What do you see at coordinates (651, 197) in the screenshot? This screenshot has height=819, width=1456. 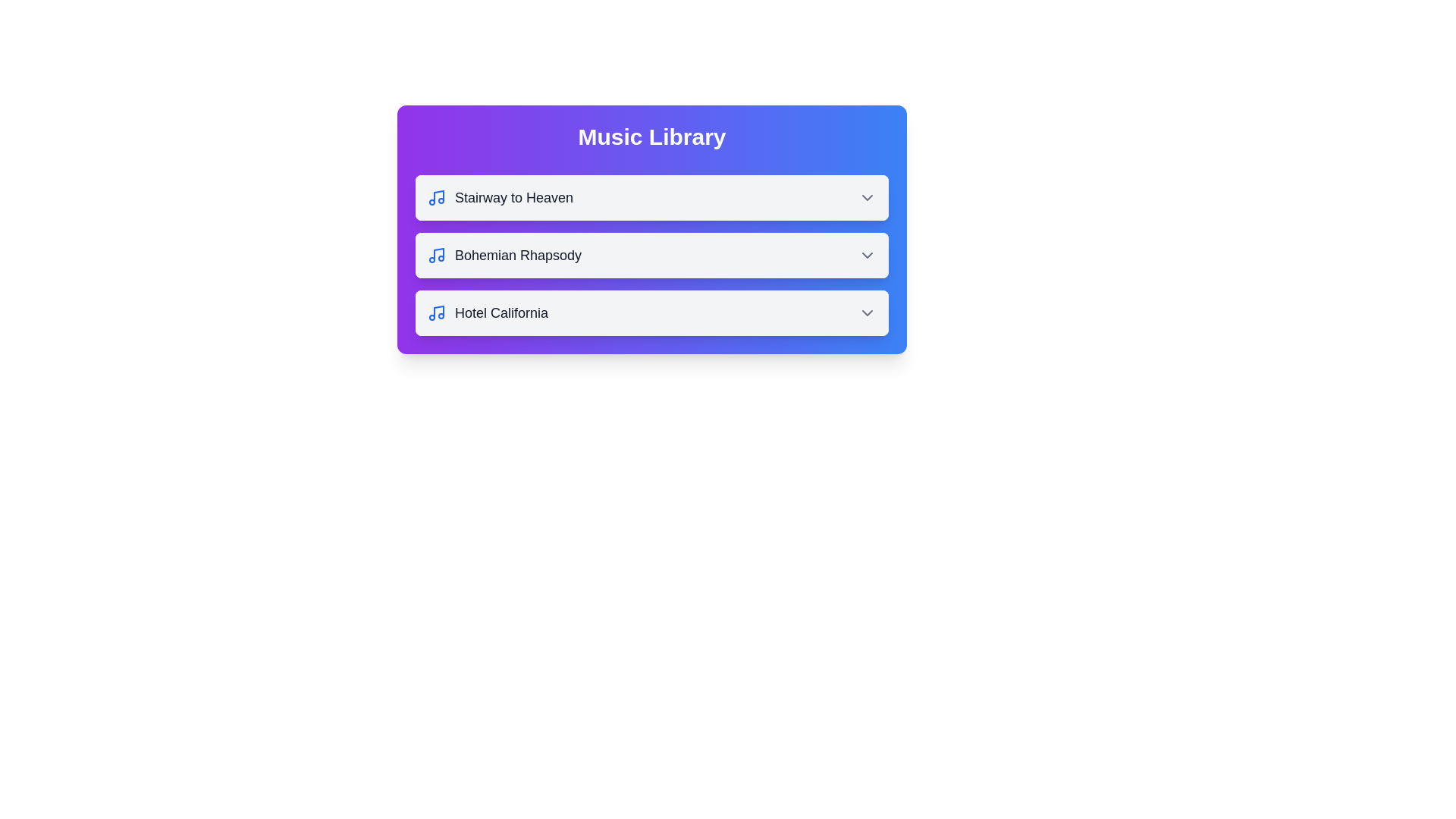 I see `the first Expandable List Item labeled 'Stairway to Heaven' in the 'Music Library' section` at bounding box center [651, 197].